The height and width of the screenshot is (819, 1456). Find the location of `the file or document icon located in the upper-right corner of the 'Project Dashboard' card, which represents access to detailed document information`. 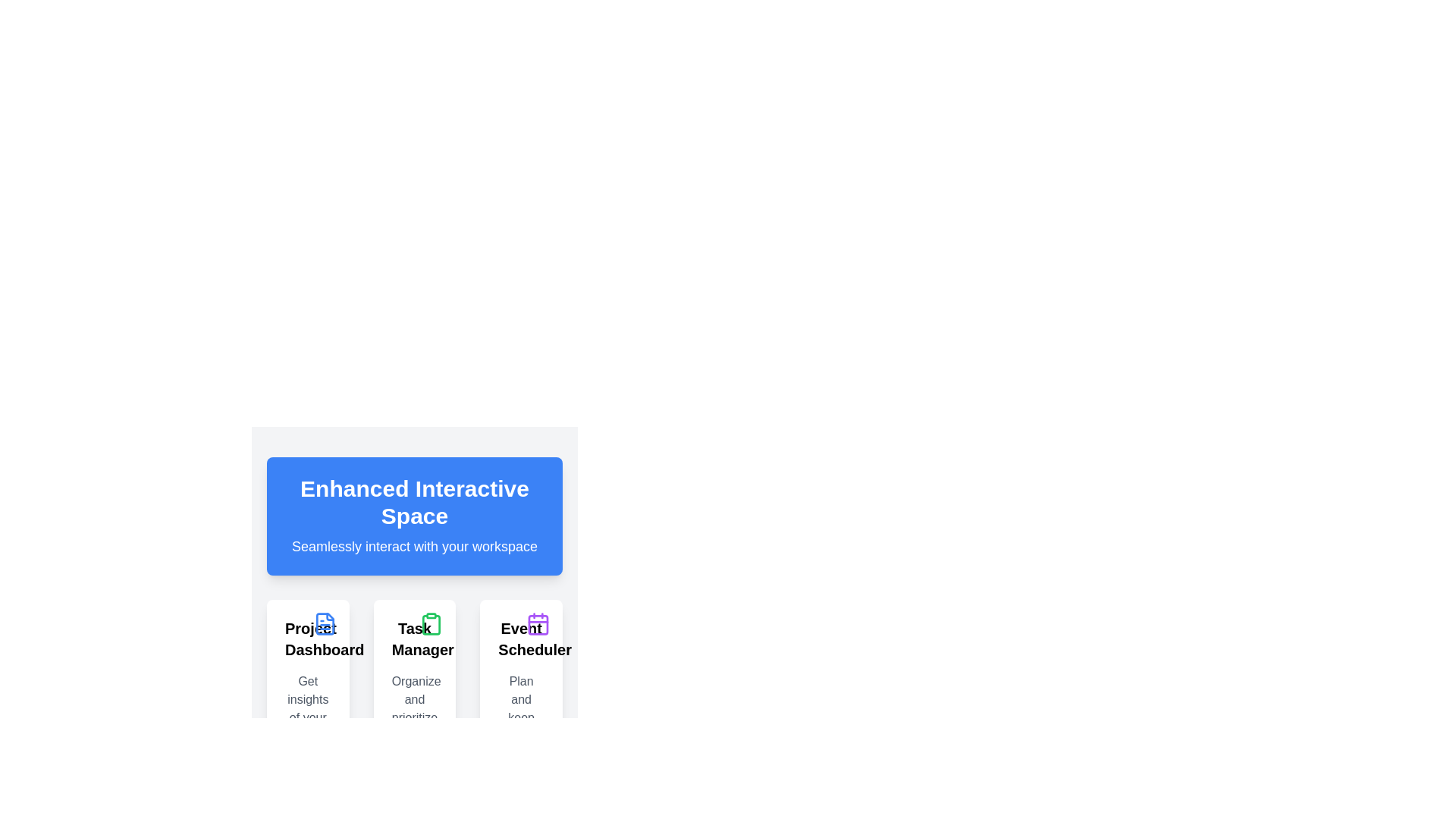

the file or document icon located in the upper-right corner of the 'Project Dashboard' card, which represents access to detailed document information is located at coordinates (324, 623).